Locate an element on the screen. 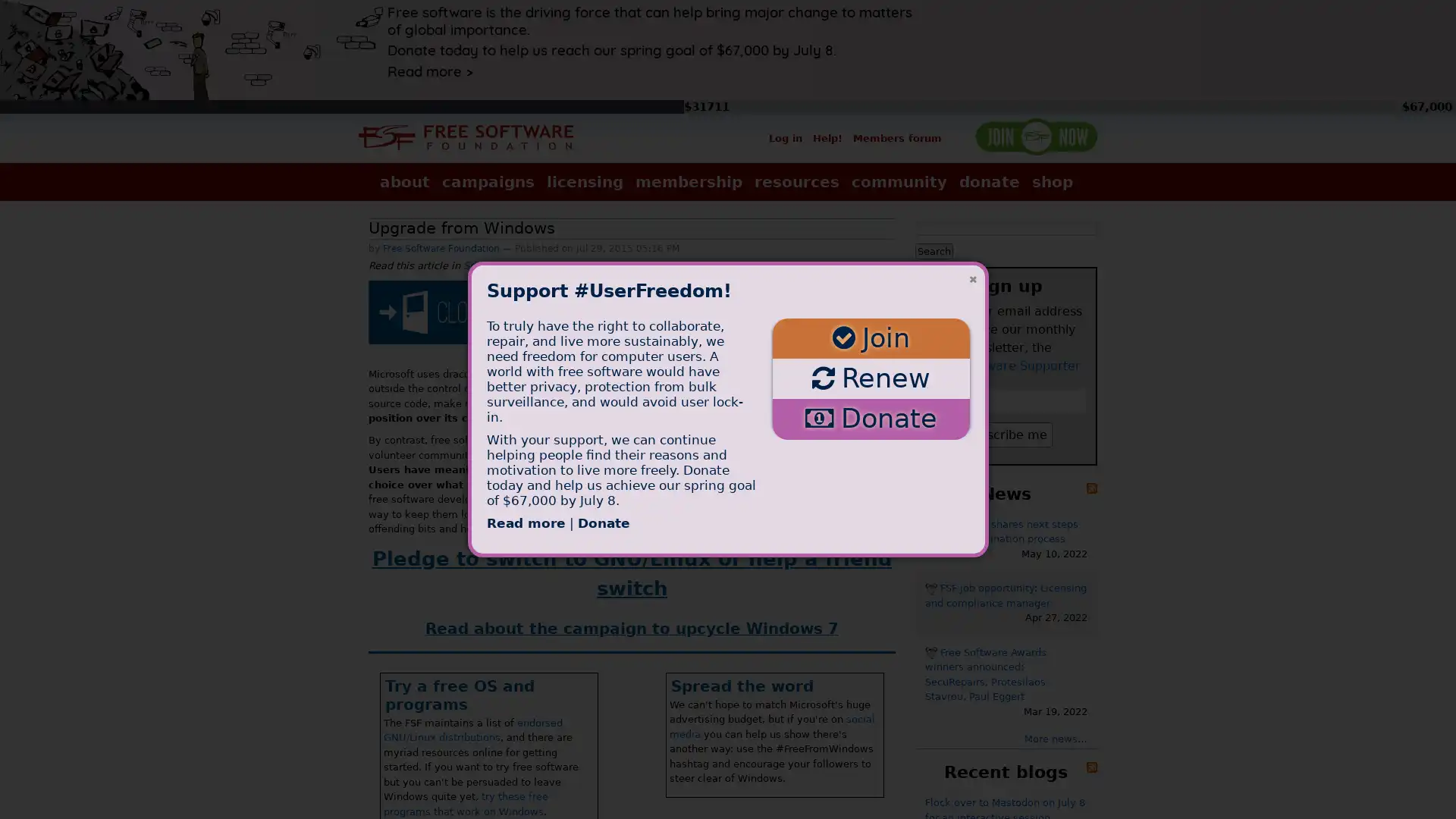 The image size is (1456, 819). Subscribe me is located at coordinates (1006, 434).